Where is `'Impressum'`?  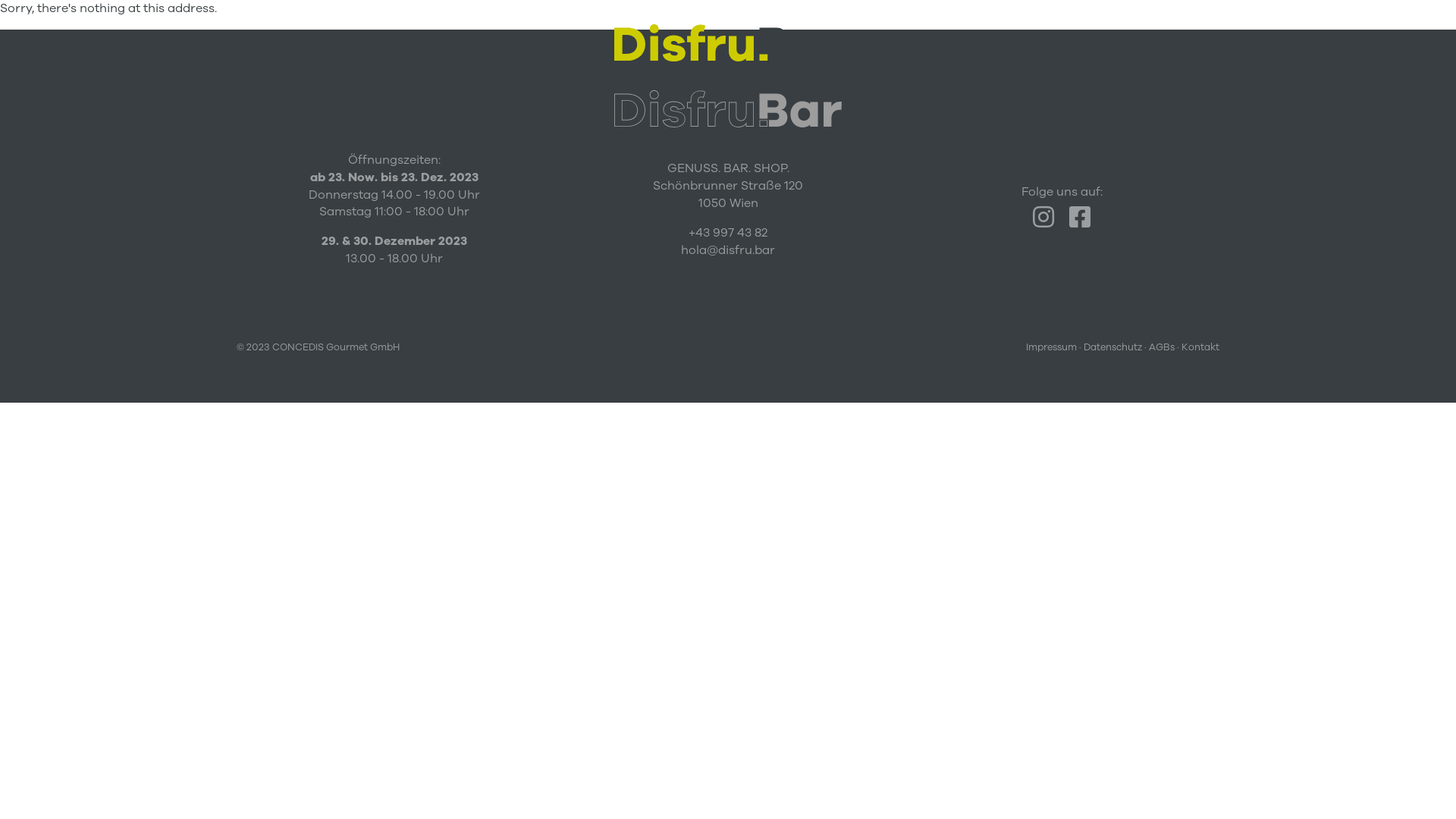 'Impressum' is located at coordinates (1050, 347).